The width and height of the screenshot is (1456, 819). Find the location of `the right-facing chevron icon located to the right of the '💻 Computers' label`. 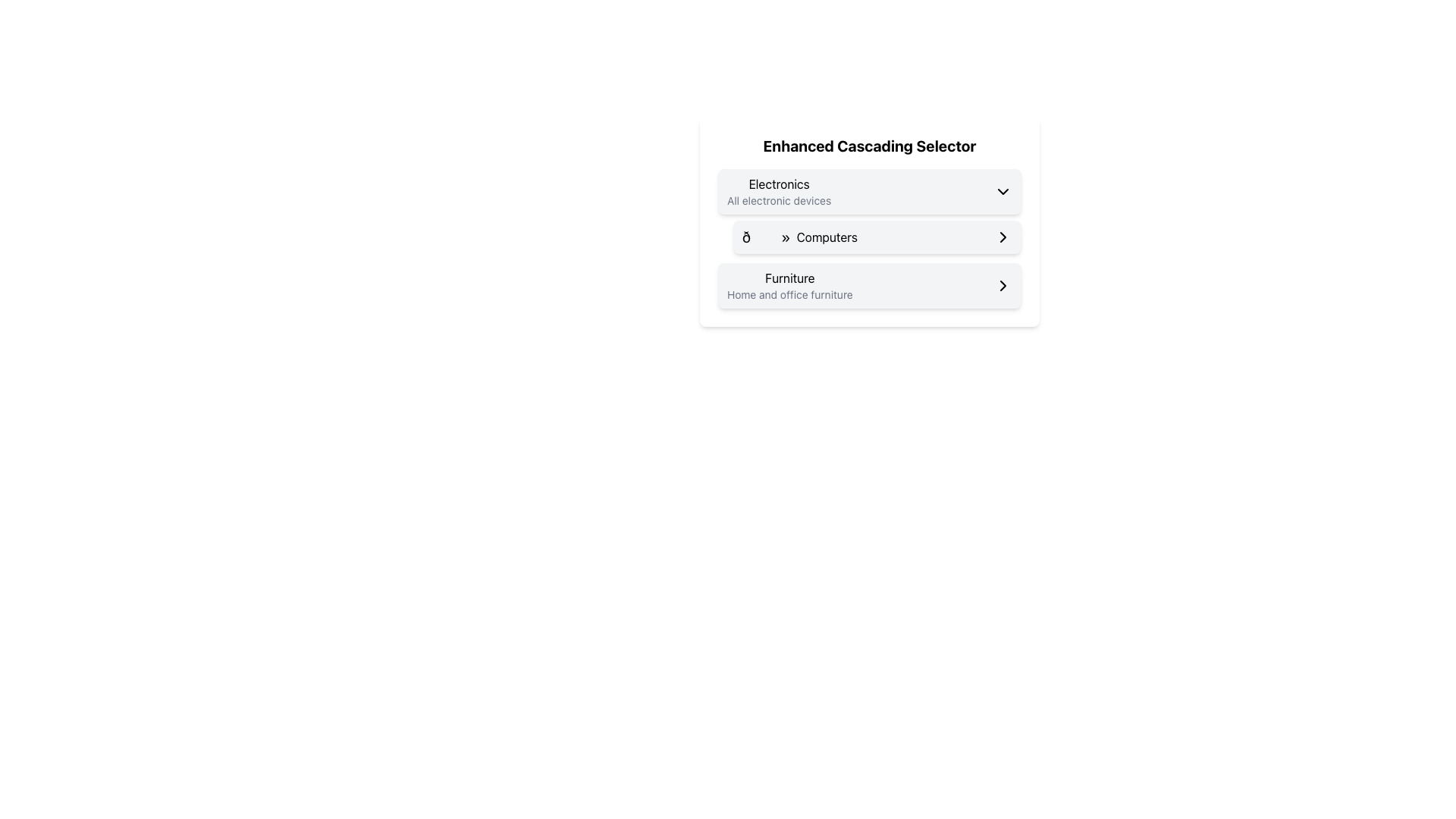

the right-facing chevron icon located to the right of the '💻 Computers' label is located at coordinates (1003, 237).